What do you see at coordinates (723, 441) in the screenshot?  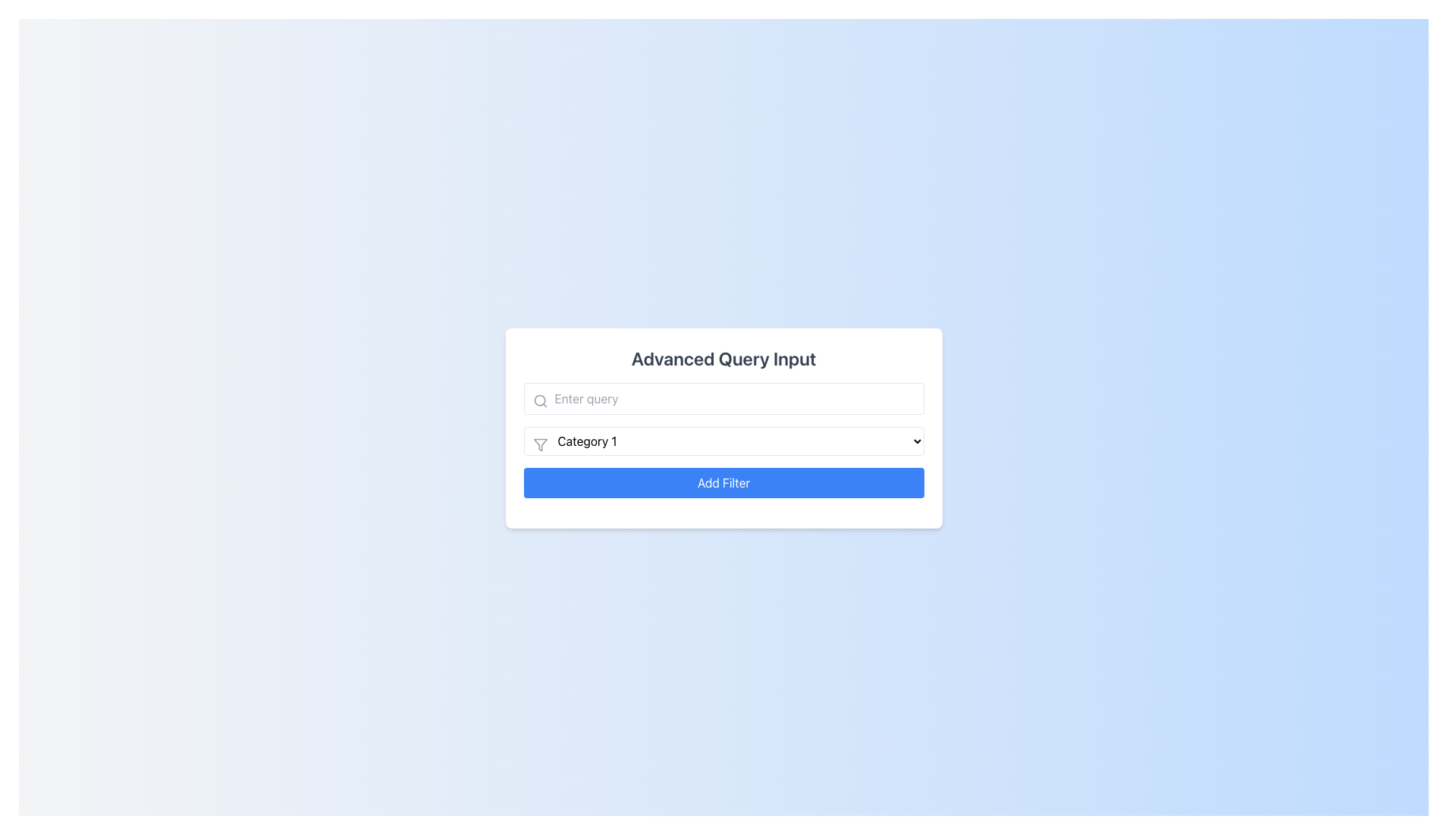 I see `the dropdown menu labeled 'Category 1'` at bounding box center [723, 441].